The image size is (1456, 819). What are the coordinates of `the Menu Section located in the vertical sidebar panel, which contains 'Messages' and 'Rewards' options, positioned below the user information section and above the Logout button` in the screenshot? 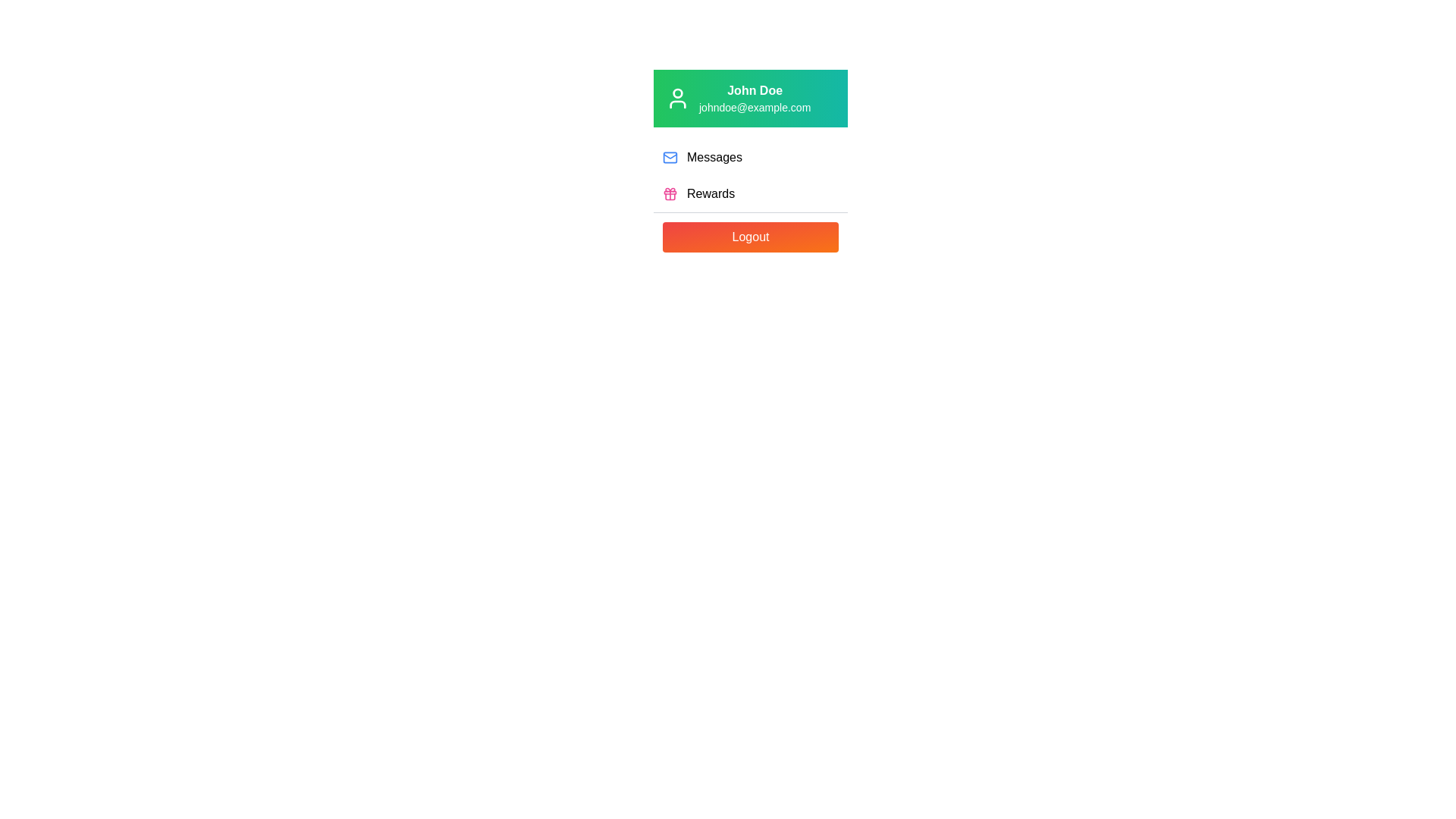 It's located at (750, 174).